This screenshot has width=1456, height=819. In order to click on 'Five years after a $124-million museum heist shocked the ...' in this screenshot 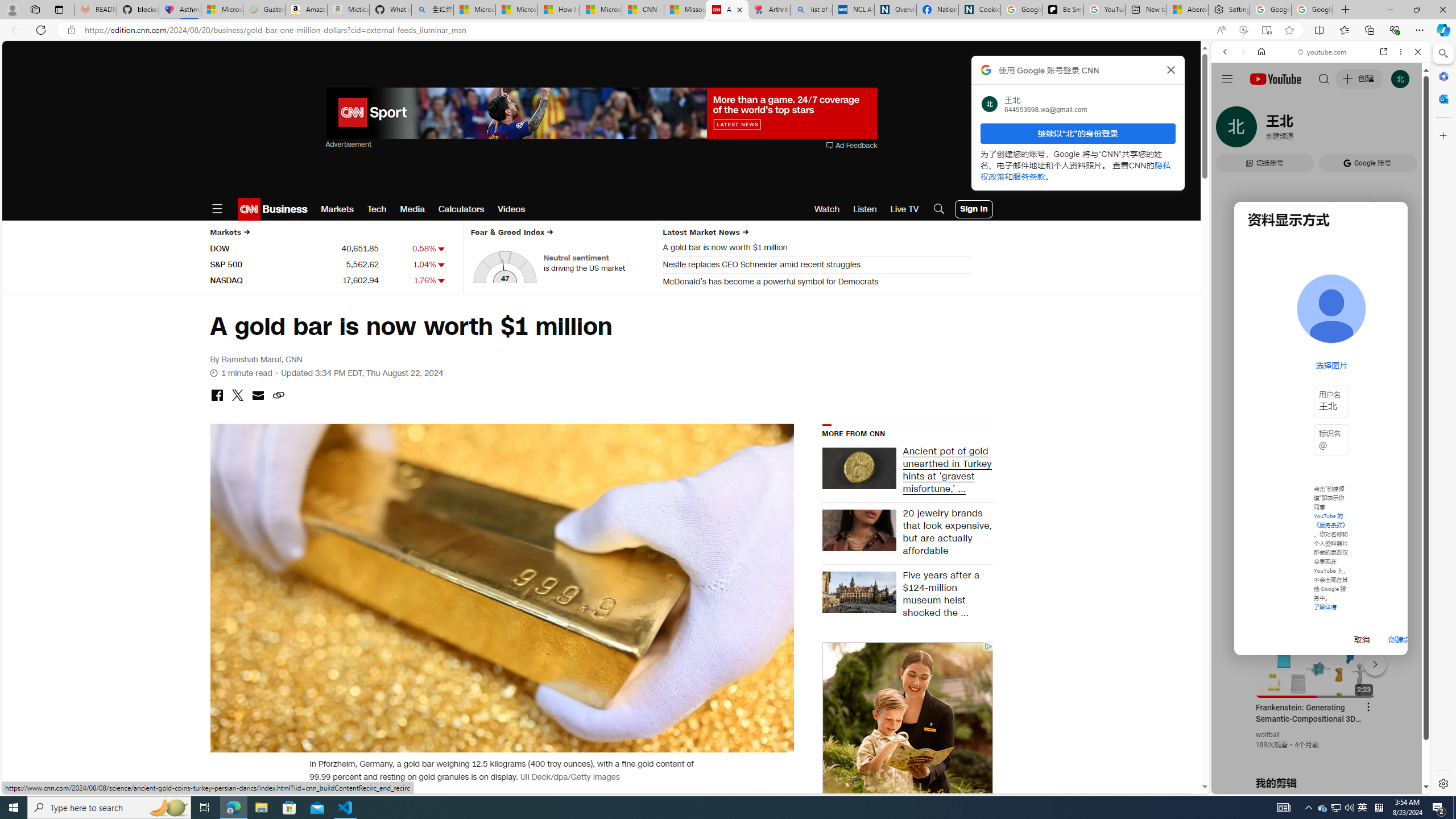, I will do `click(944, 594)`.